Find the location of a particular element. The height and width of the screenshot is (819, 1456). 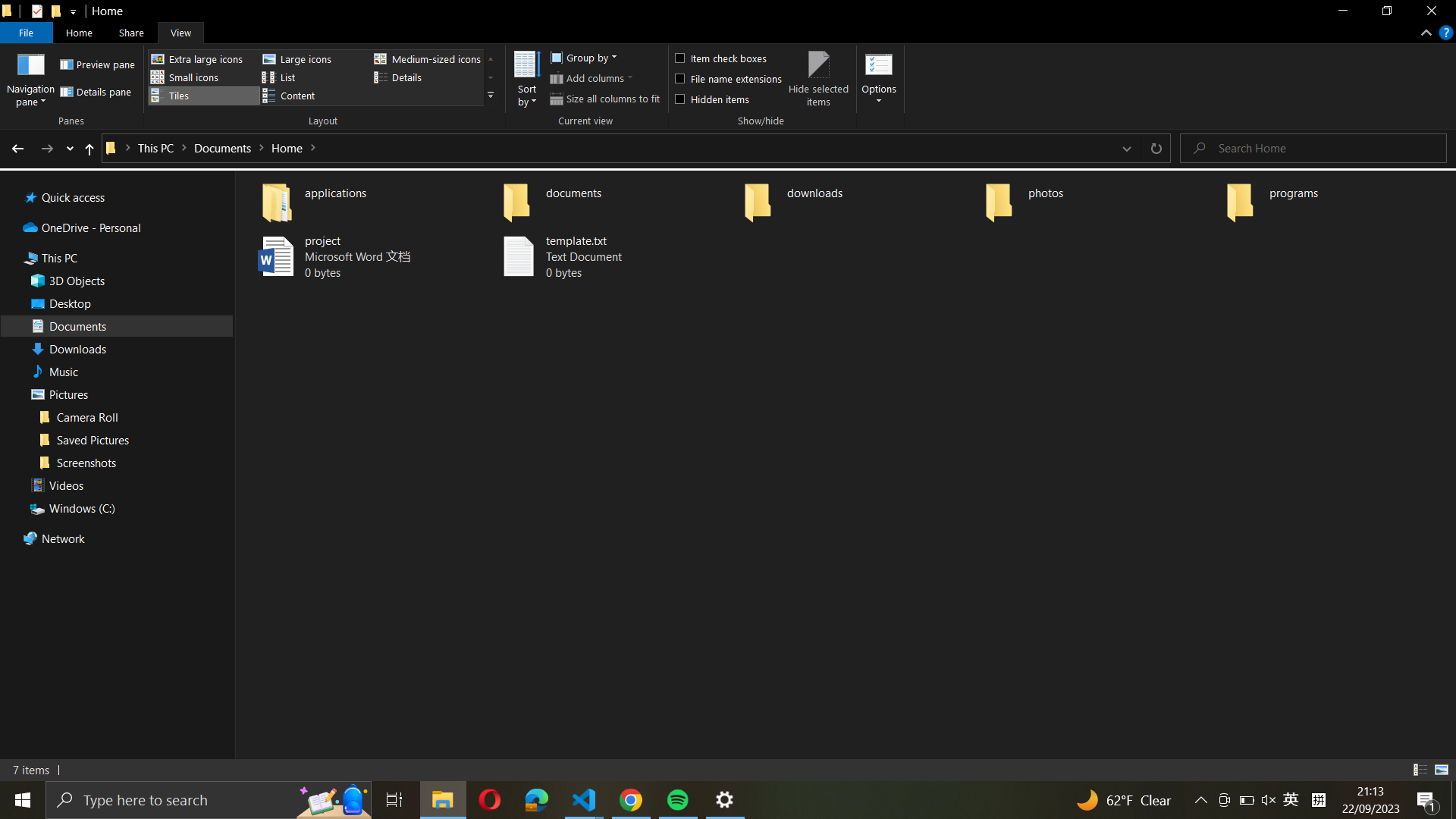

Show all notifications from the bottom right corner is located at coordinates (1427, 799).